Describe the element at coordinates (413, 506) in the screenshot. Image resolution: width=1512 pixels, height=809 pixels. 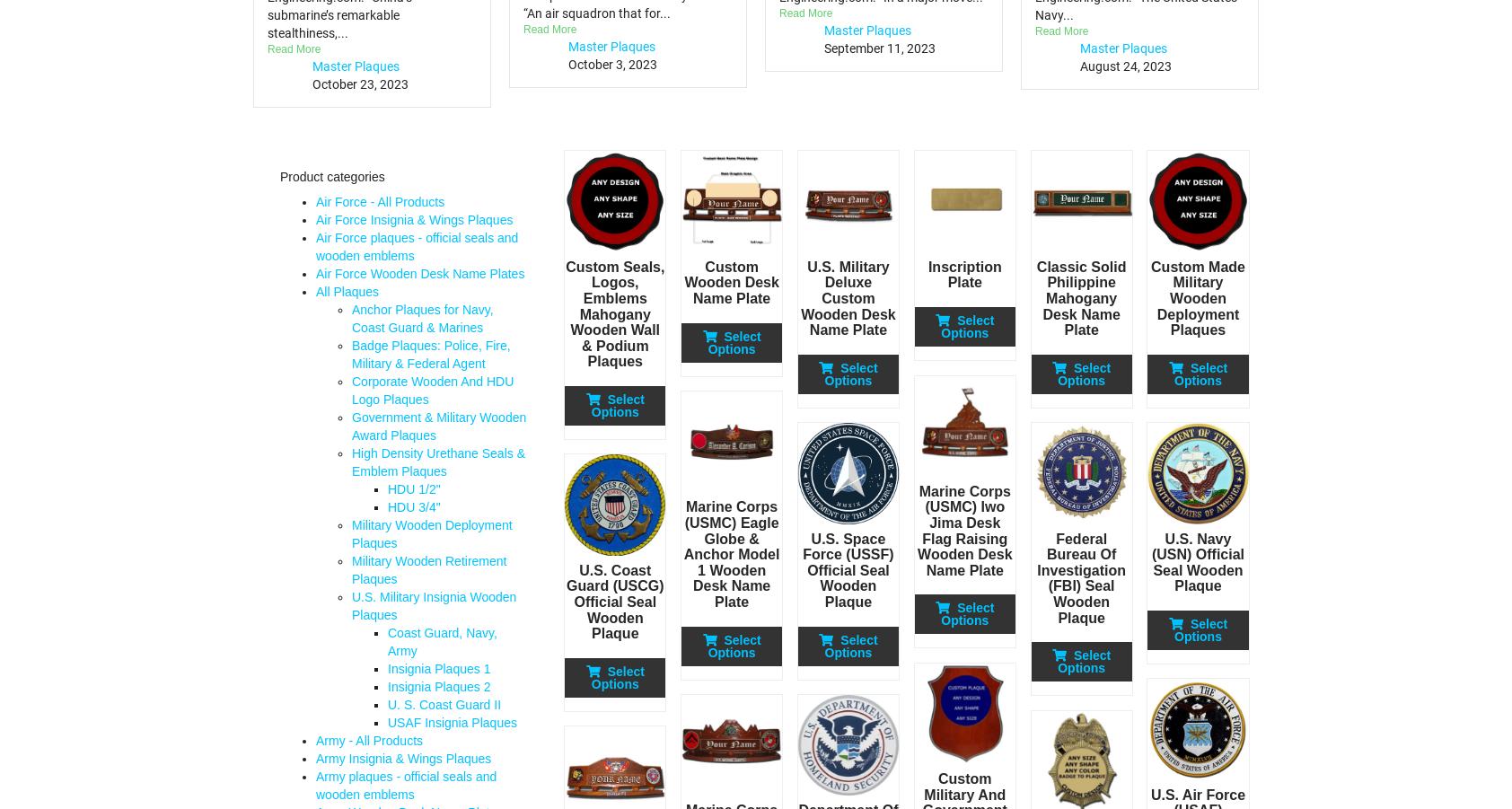
I see `'HDU 3/4"'` at that location.